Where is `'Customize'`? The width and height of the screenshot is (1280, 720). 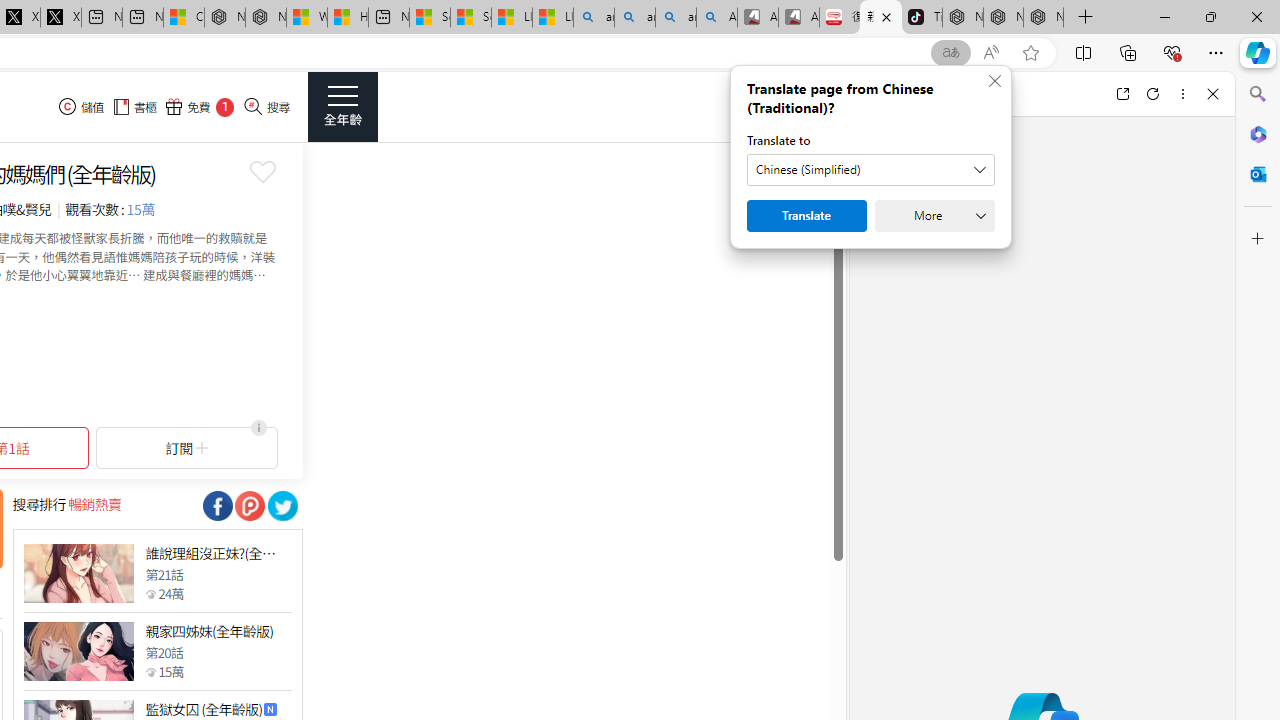 'Customize' is located at coordinates (1257, 238).